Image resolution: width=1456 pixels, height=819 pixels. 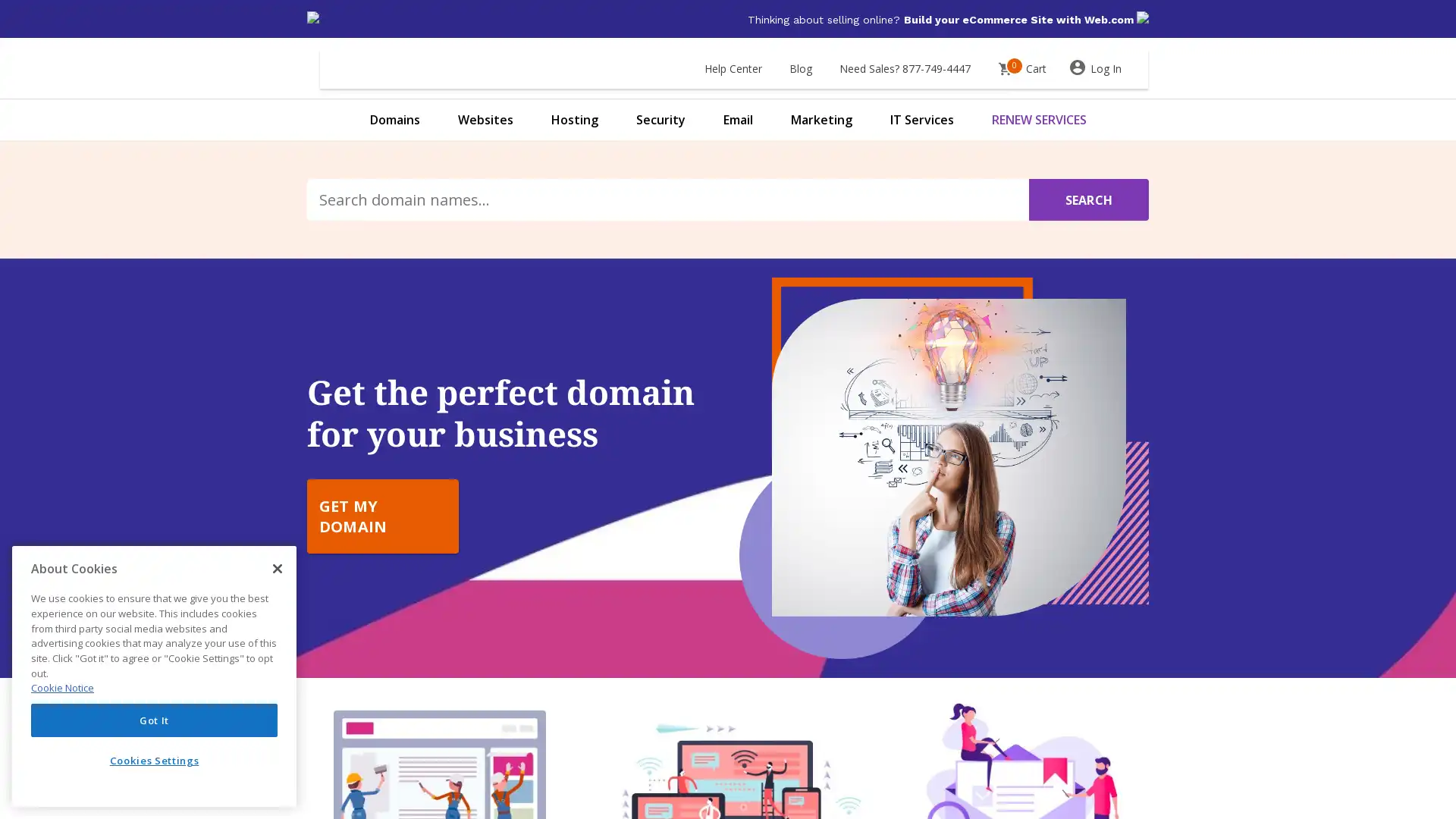 What do you see at coordinates (1087, 199) in the screenshot?
I see `SEARCH` at bounding box center [1087, 199].